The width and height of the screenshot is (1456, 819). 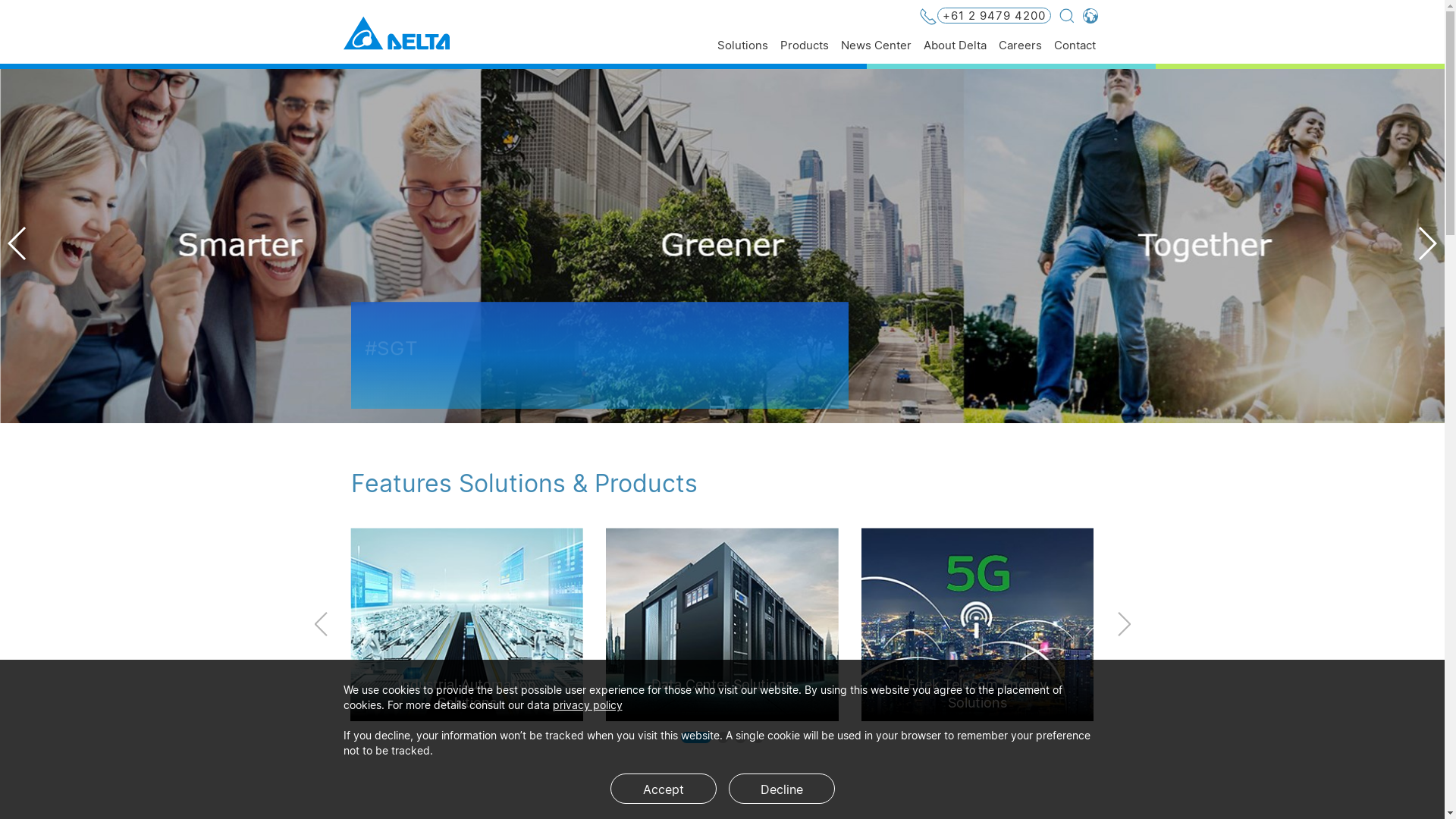 What do you see at coordinates (585, 704) in the screenshot?
I see `'privacy policy'` at bounding box center [585, 704].